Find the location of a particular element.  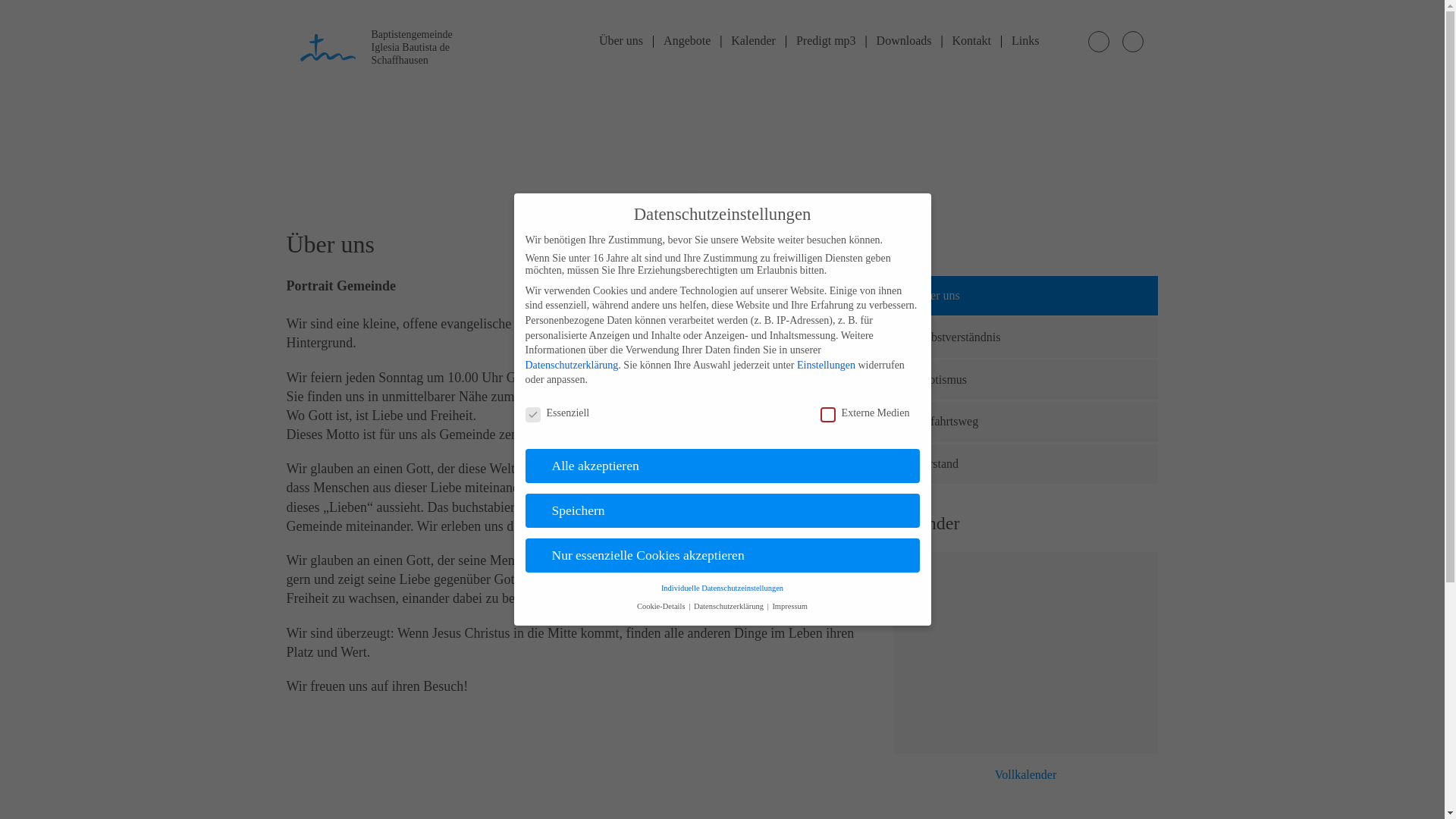

'Impressum' is located at coordinates (789, 605).